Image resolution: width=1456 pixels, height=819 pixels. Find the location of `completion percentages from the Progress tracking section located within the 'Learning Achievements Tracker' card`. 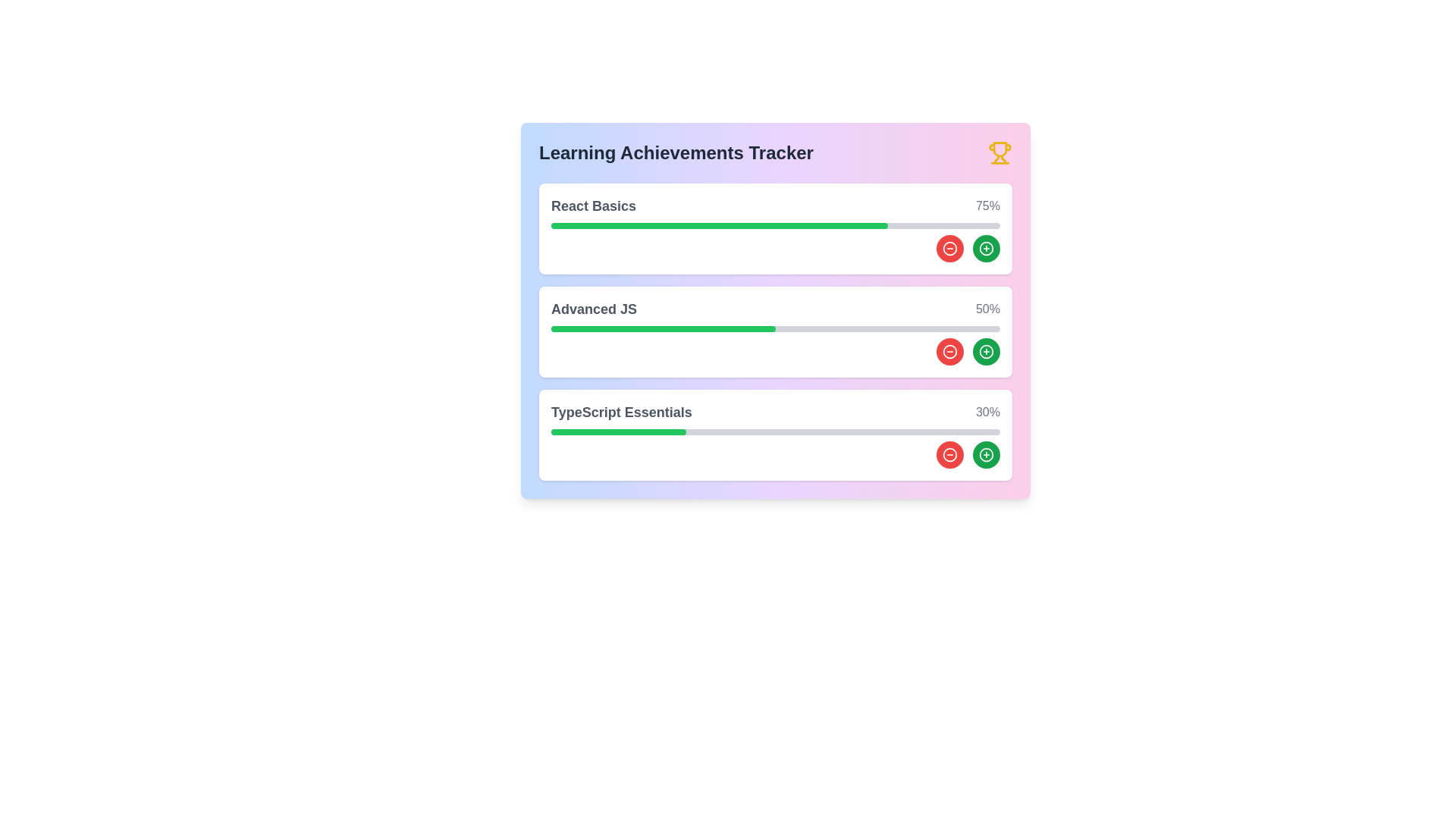

completion percentages from the Progress tracking section located within the 'Learning Achievements Tracker' card is located at coordinates (775, 331).